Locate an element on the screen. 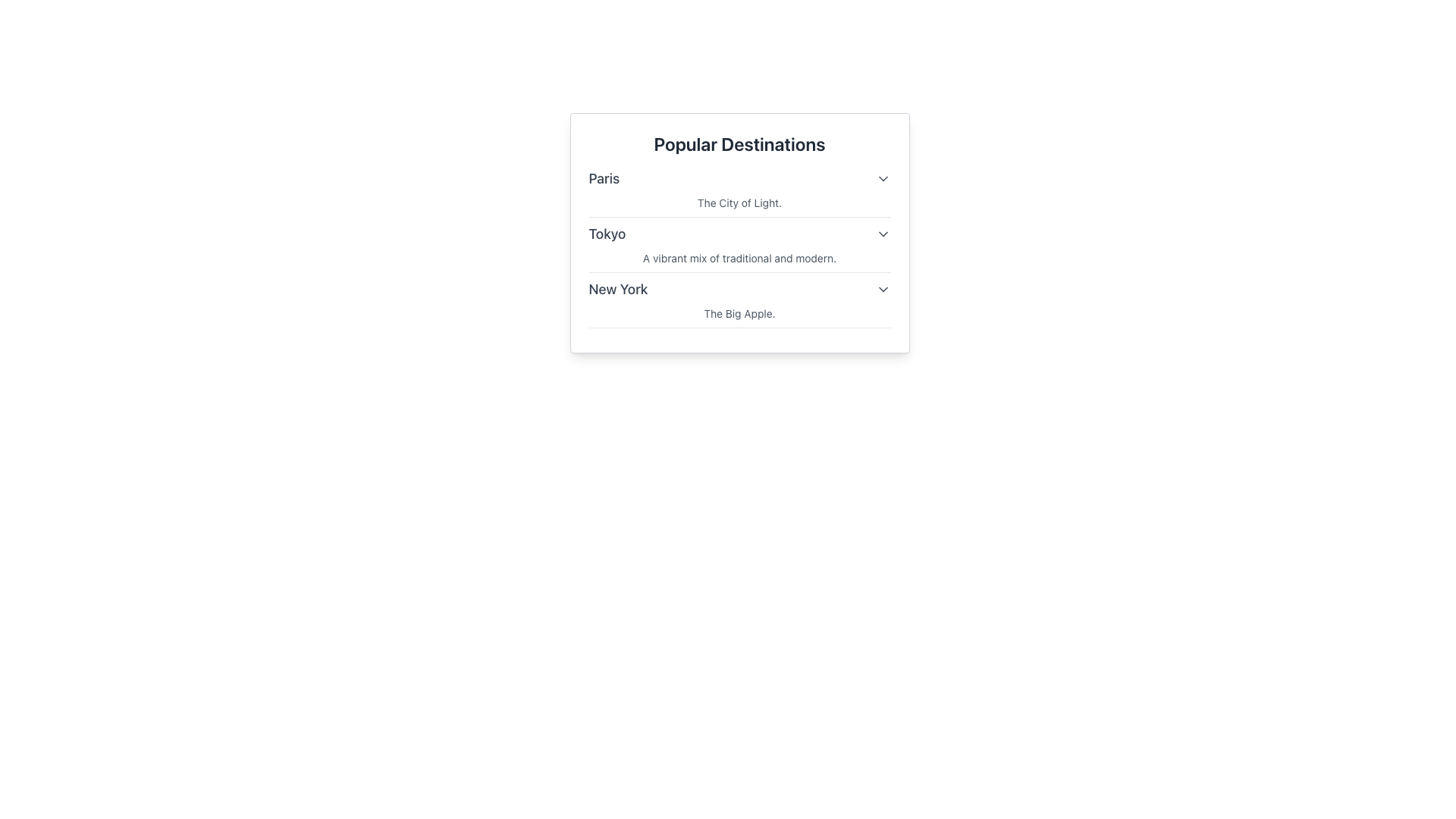  the third list item related to New York is located at coordinates (739, 303).